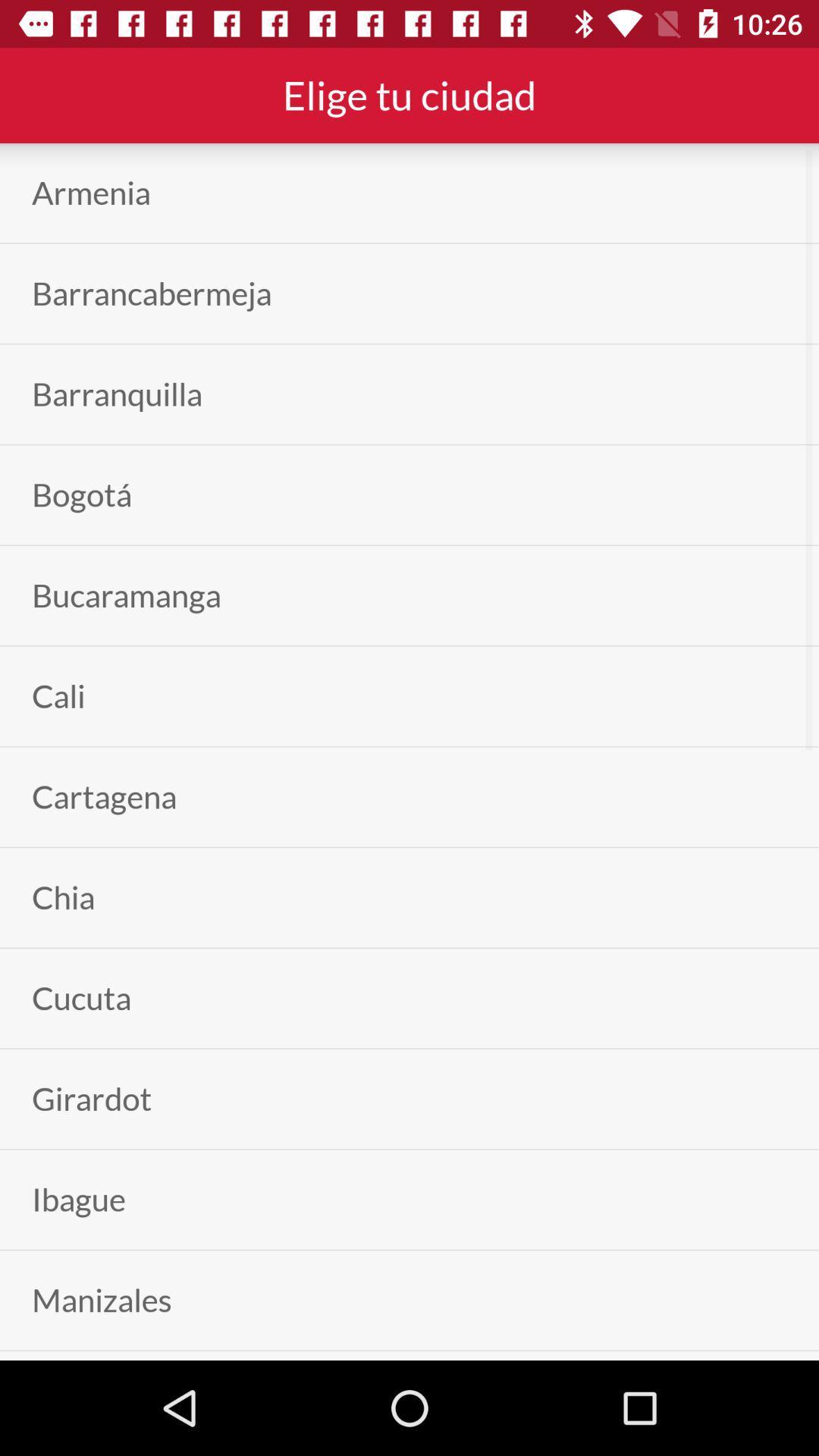  What do you see at coordinates (116, 394) in the screenshot?
I see `the barranquilla app` at bounding box center [116, 394].